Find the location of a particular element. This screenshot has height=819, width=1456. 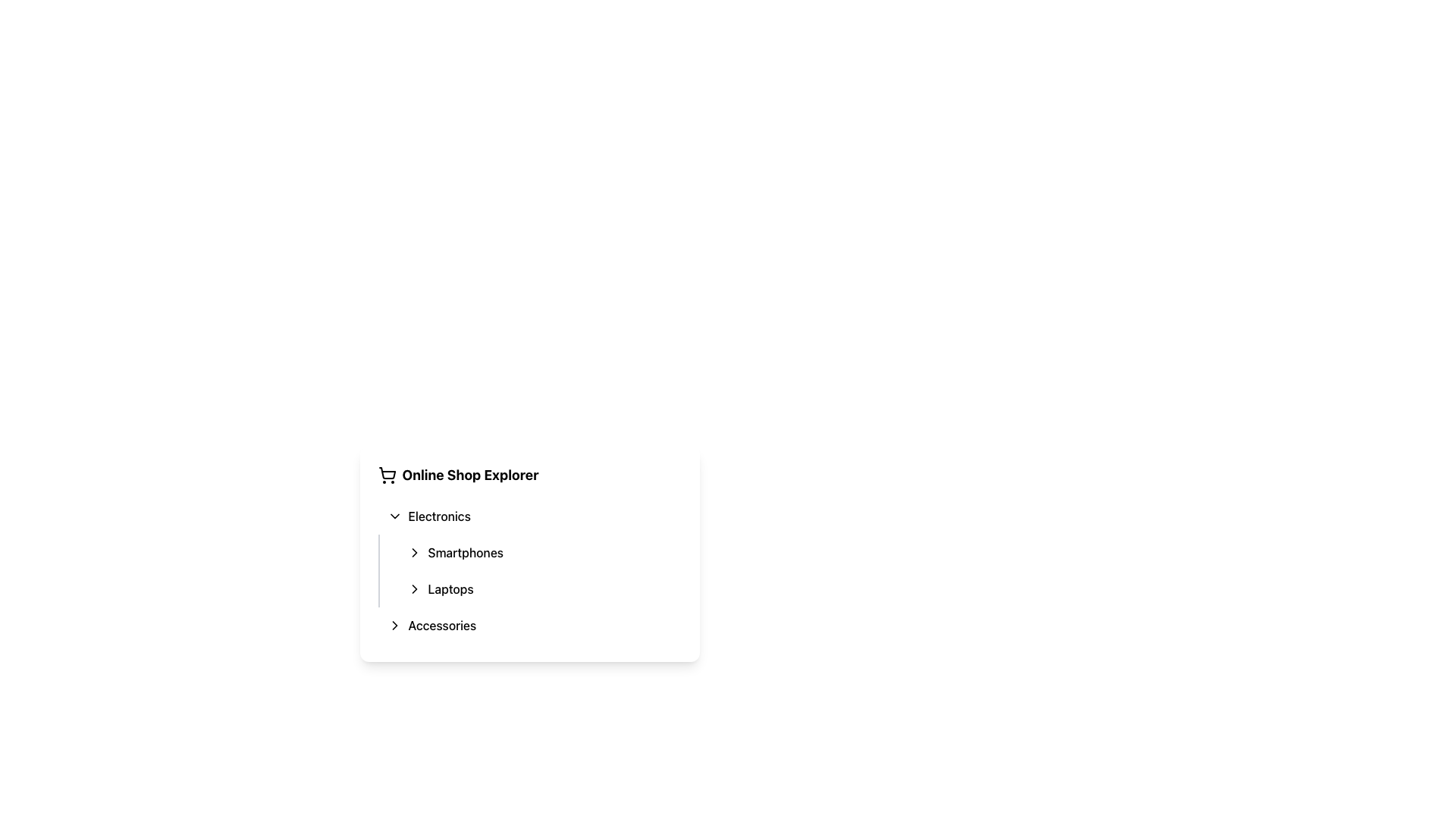

the shopping cart icon located to the left of the 'Online Shop Explorer' title text, which is aligned horizontally with the title and above the expandable list items is located at coordinates (387, 475).